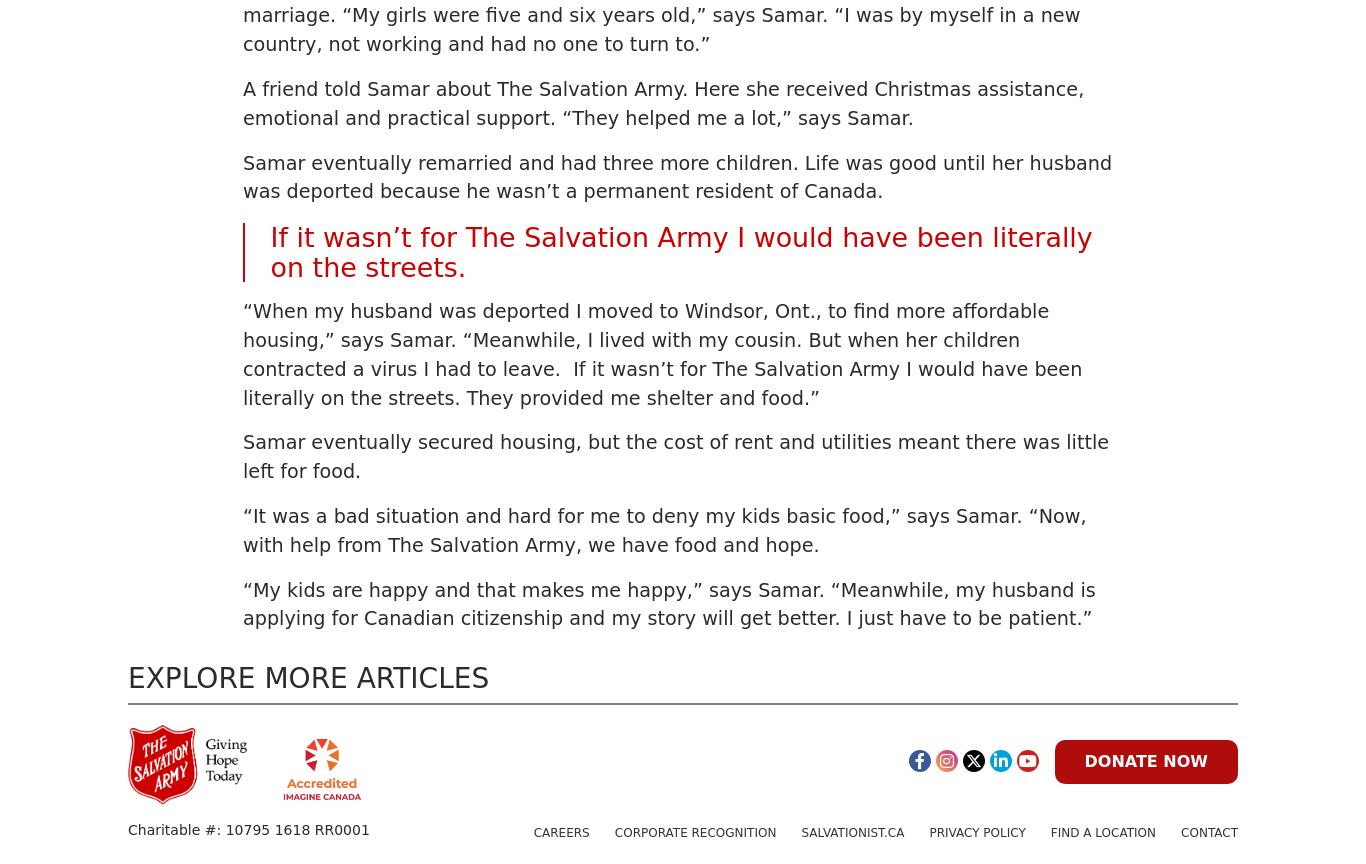  Describe the element at coordinates (679, 252) in the screenshot. I see `'If it wasn’t for The Salvation Army I would have been literally on the streets.'` at that location.